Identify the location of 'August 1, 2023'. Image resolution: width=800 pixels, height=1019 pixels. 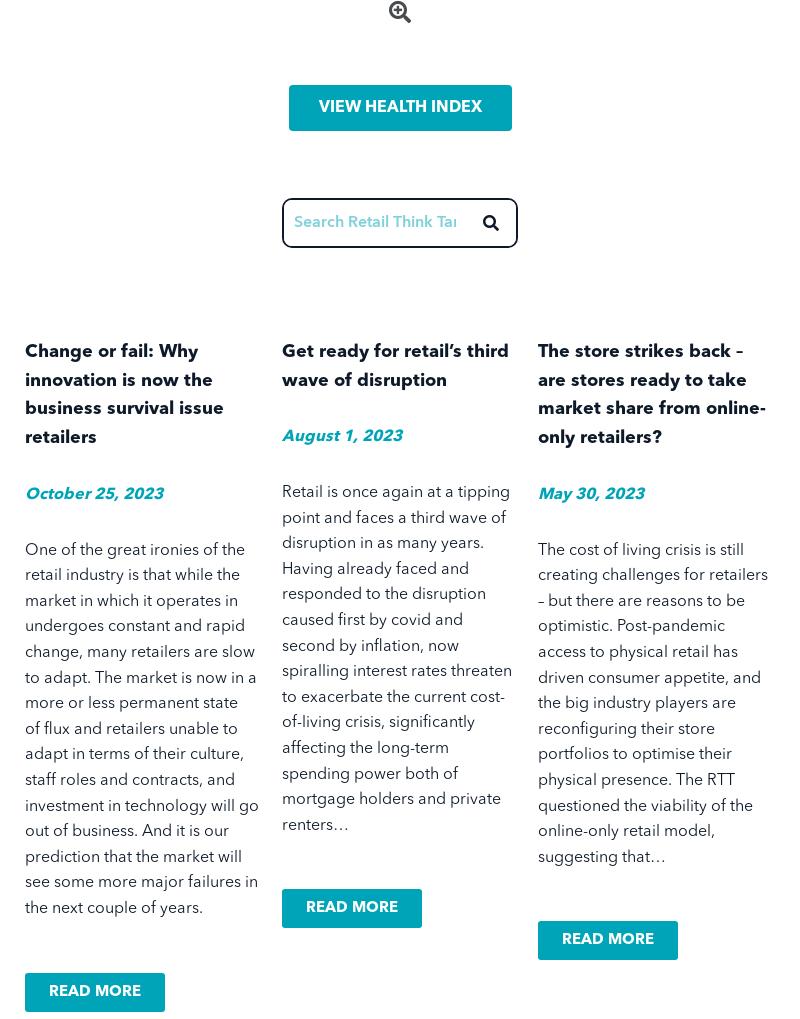
(341, 437).